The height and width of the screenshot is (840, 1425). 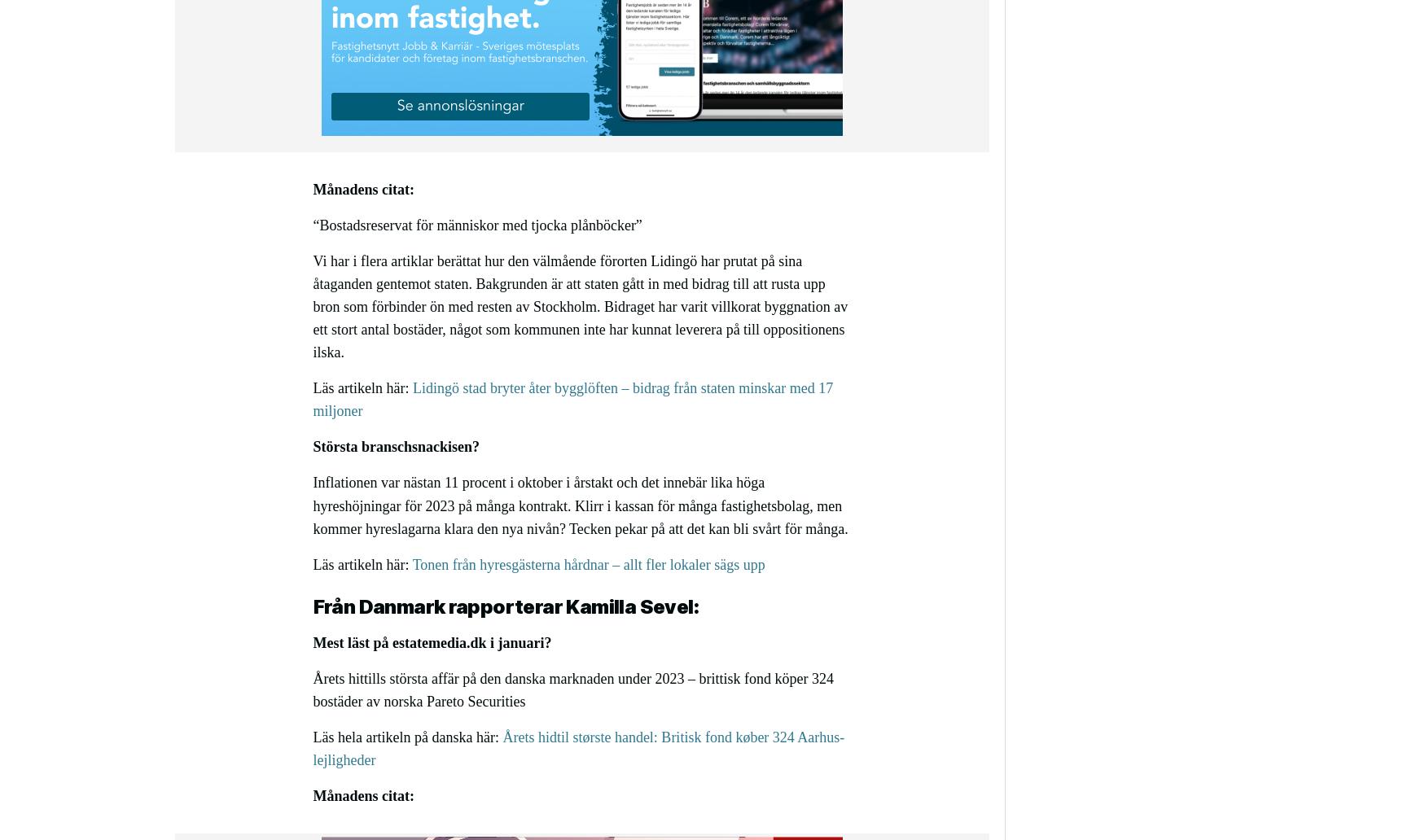 What do you see at coordinates (311, 447) in the screenshot?
I see `'Största branschsnackisen?'` at bounding box center [311, 447].